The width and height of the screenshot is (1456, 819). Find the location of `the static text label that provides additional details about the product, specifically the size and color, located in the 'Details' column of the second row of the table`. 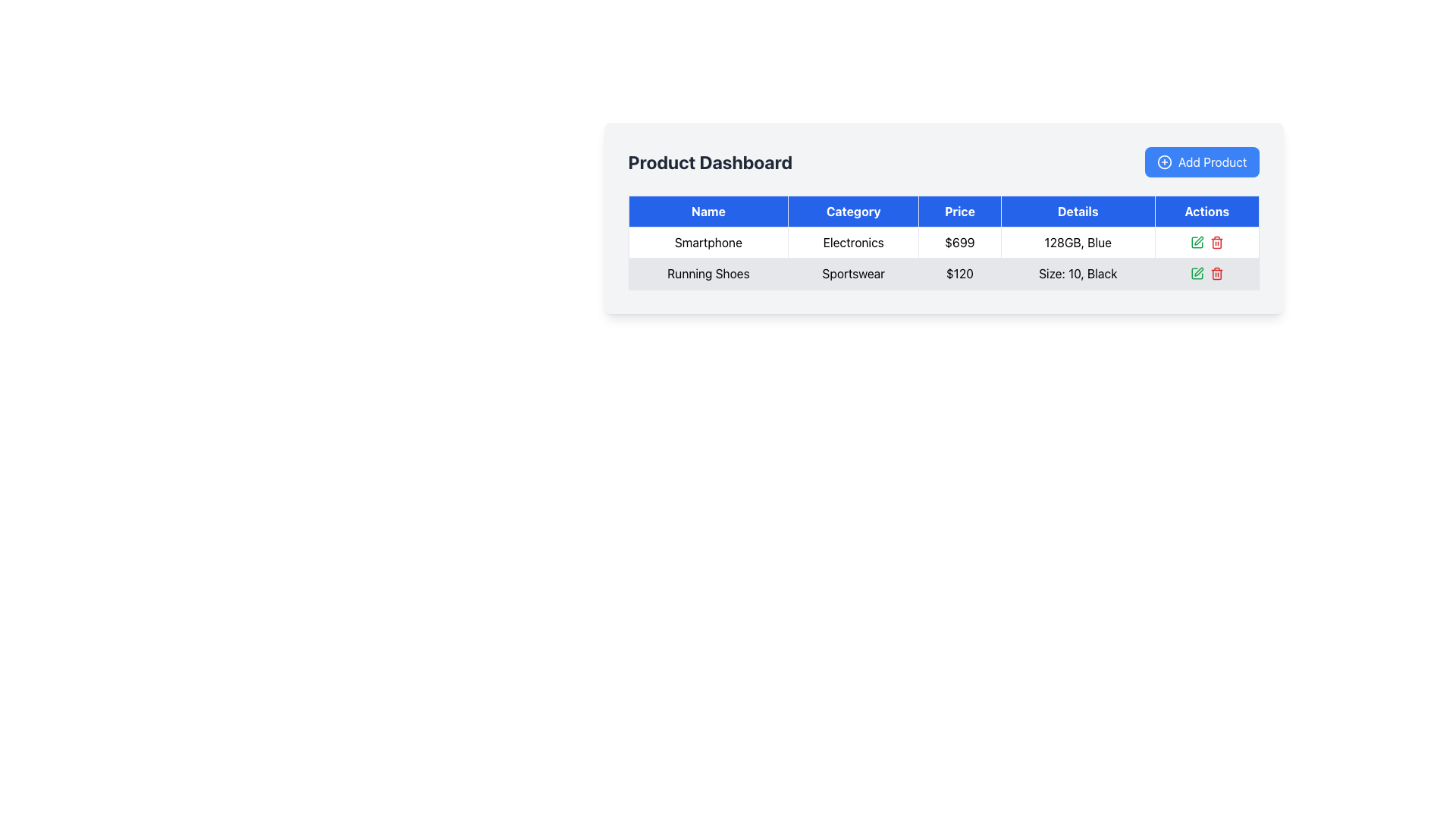

the static text label that provides additional details about the product, specifically the size and color, located in the 'Details' column of the second row of the table is located at coordinates (1077, 274).